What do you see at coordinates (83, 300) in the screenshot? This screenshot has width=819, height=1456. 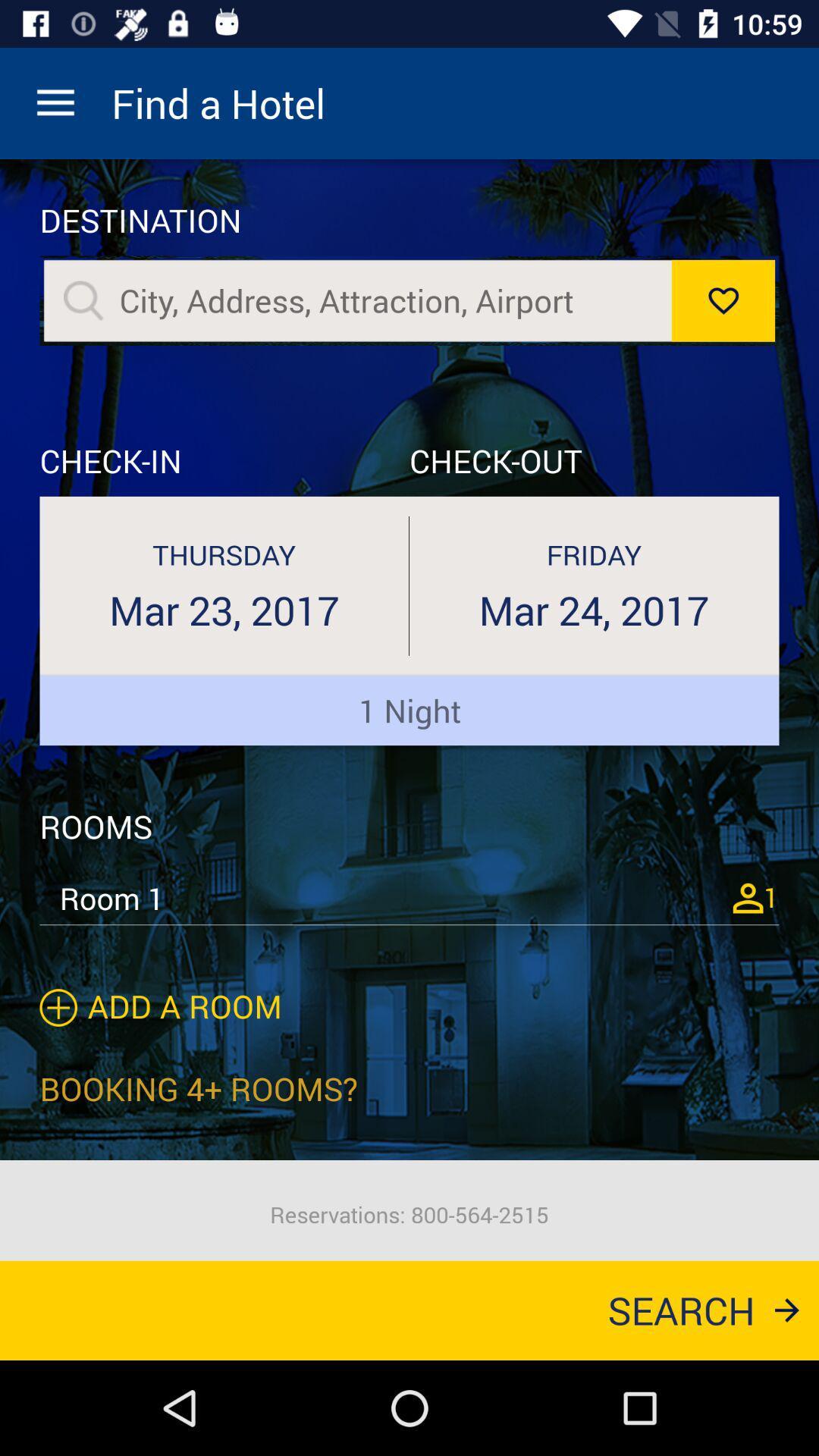 I see `search the destination` at bounding box center [83, 300].